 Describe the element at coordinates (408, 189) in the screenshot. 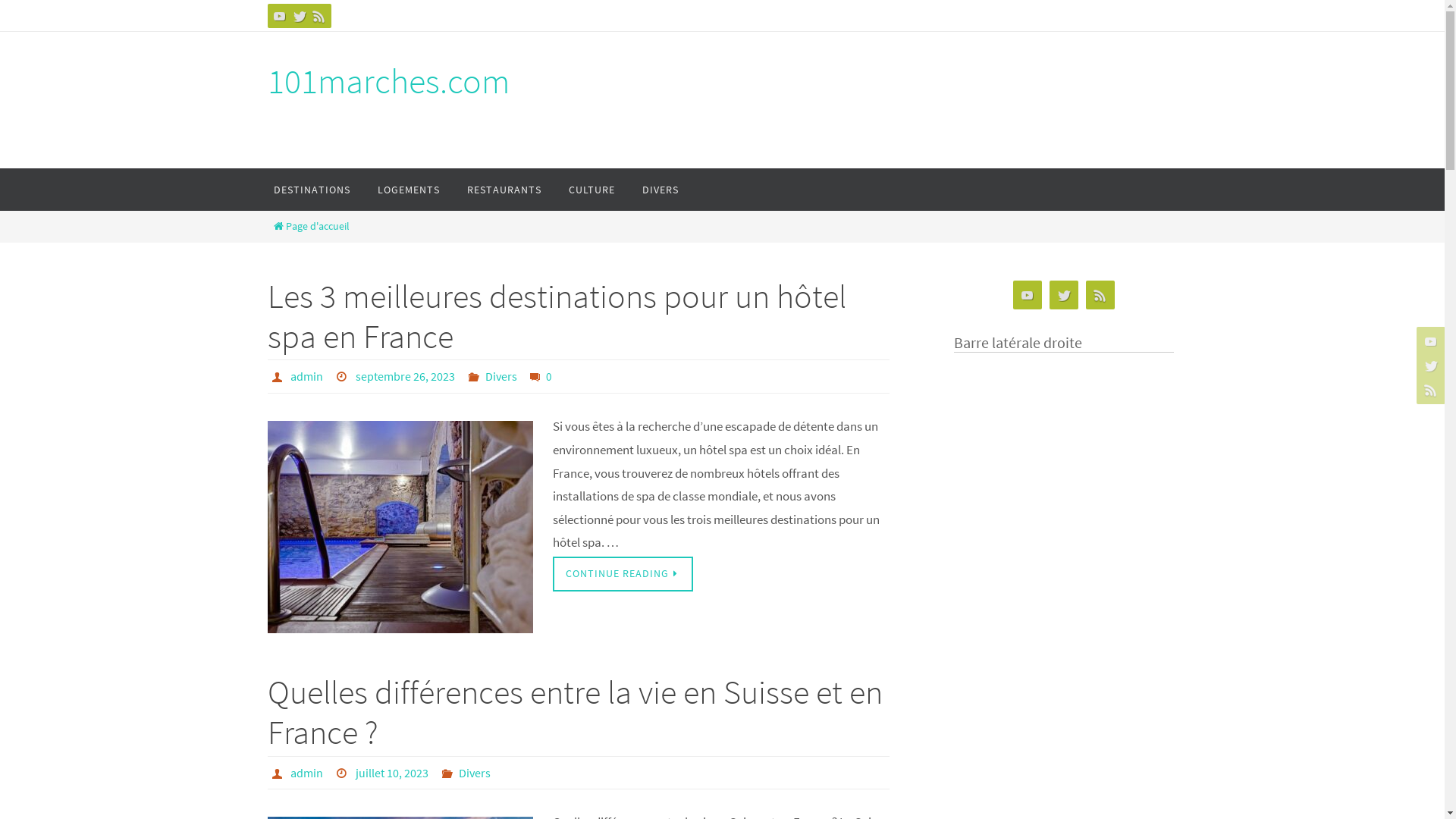

I see `'LOGEMENTS'` at that location.